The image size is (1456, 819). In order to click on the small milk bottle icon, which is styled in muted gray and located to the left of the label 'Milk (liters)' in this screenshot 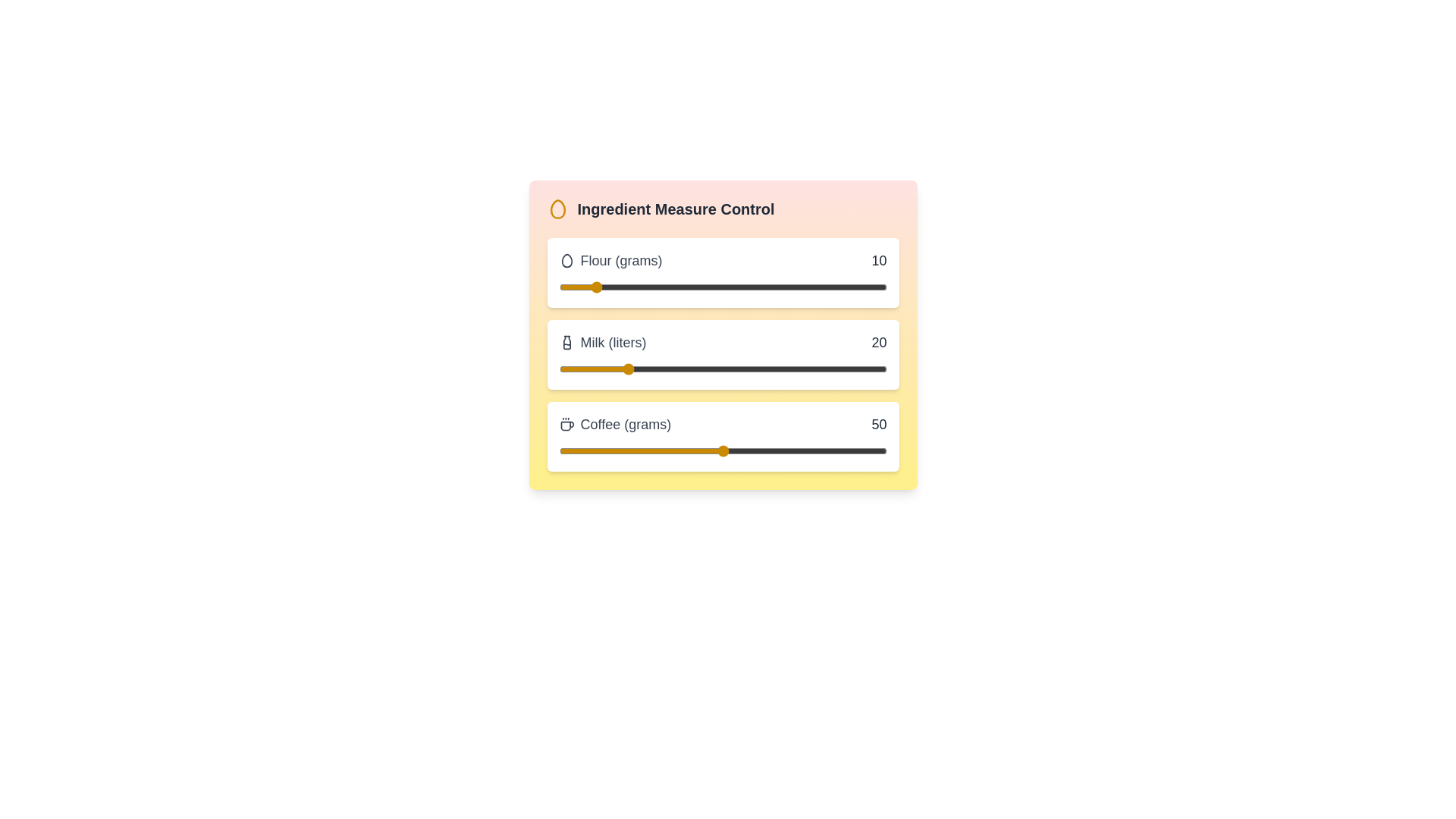, I will do `click(566, 342)`.